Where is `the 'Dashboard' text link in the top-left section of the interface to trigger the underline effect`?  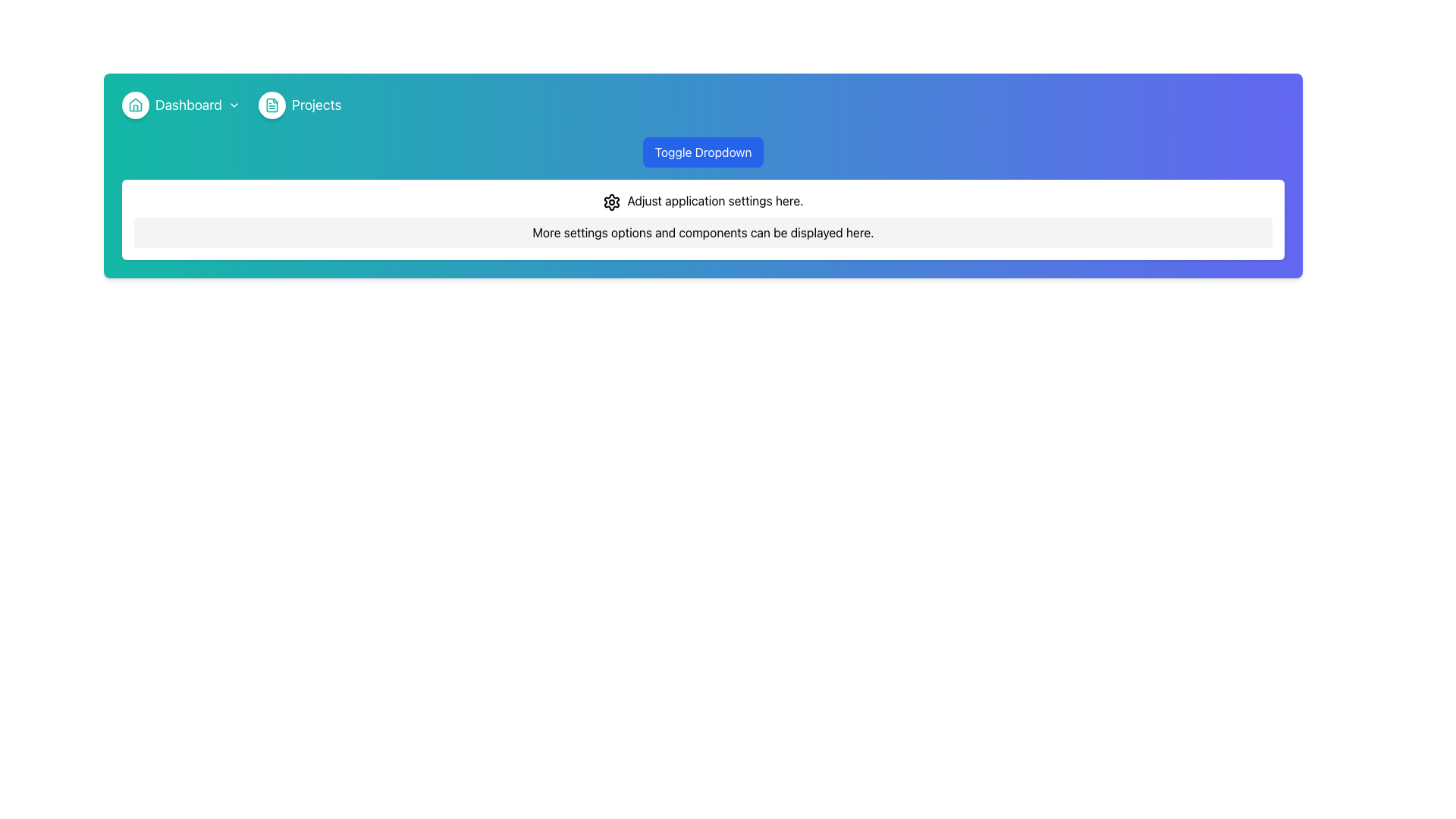 the 'Dashboard' text link in the top-left section of the interface to trigger the underline effect is located at coordinates (188, 104).